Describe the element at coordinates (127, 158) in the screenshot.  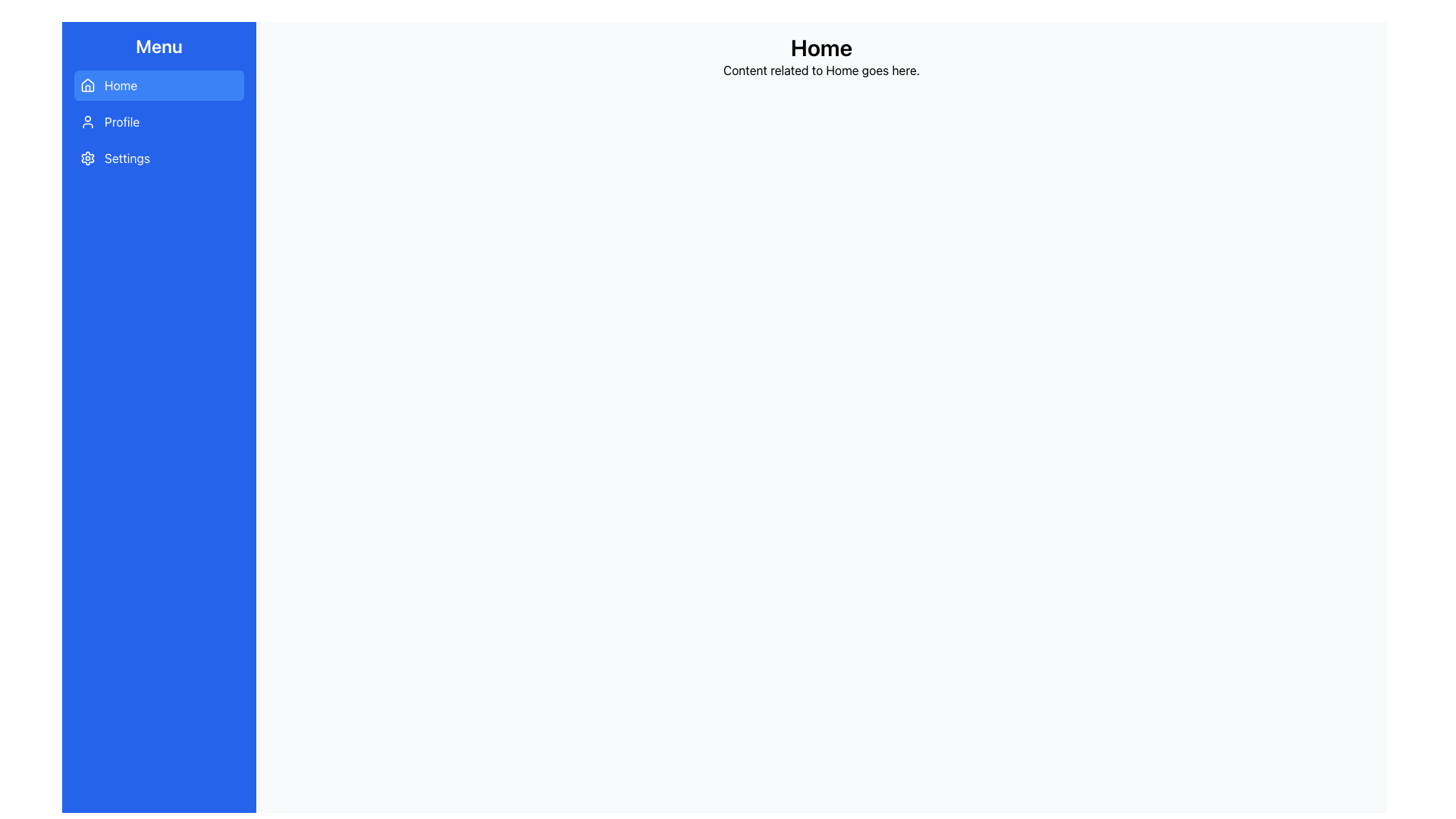
I see `the 'Settings' static text label in the vertical navigation menu` at that location.